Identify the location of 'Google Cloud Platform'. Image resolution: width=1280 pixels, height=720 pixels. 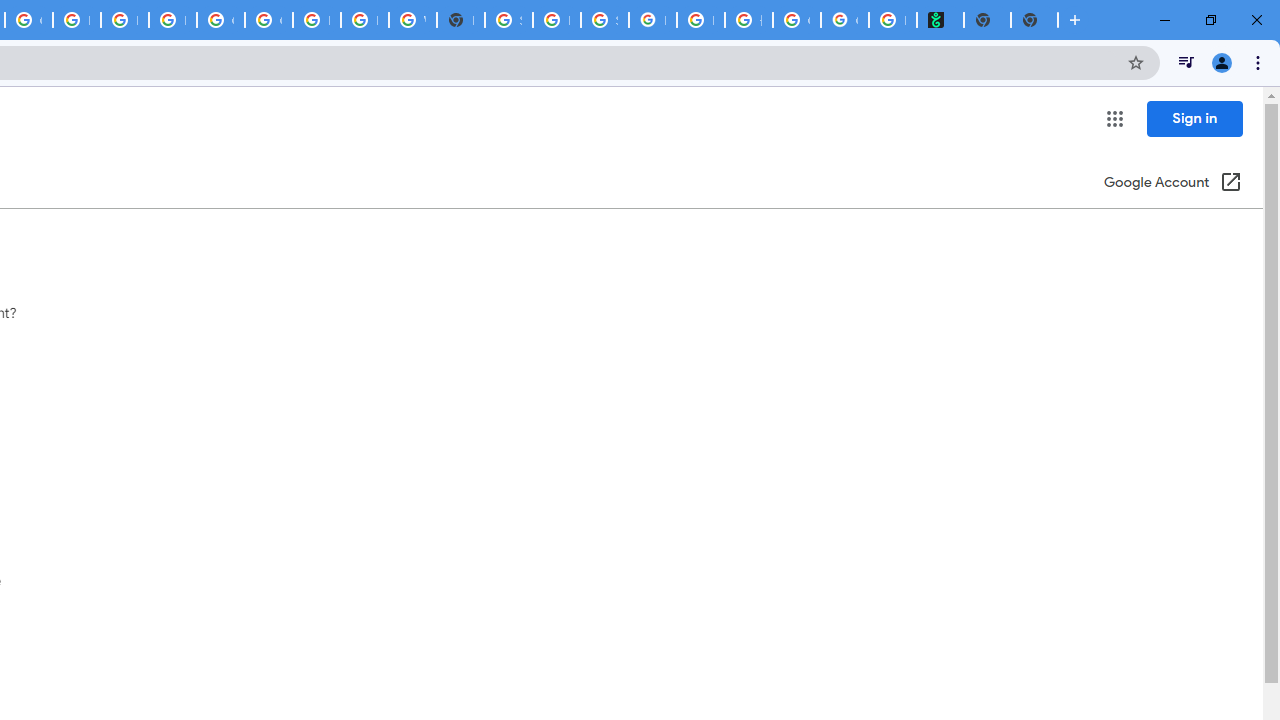
(267, 20).